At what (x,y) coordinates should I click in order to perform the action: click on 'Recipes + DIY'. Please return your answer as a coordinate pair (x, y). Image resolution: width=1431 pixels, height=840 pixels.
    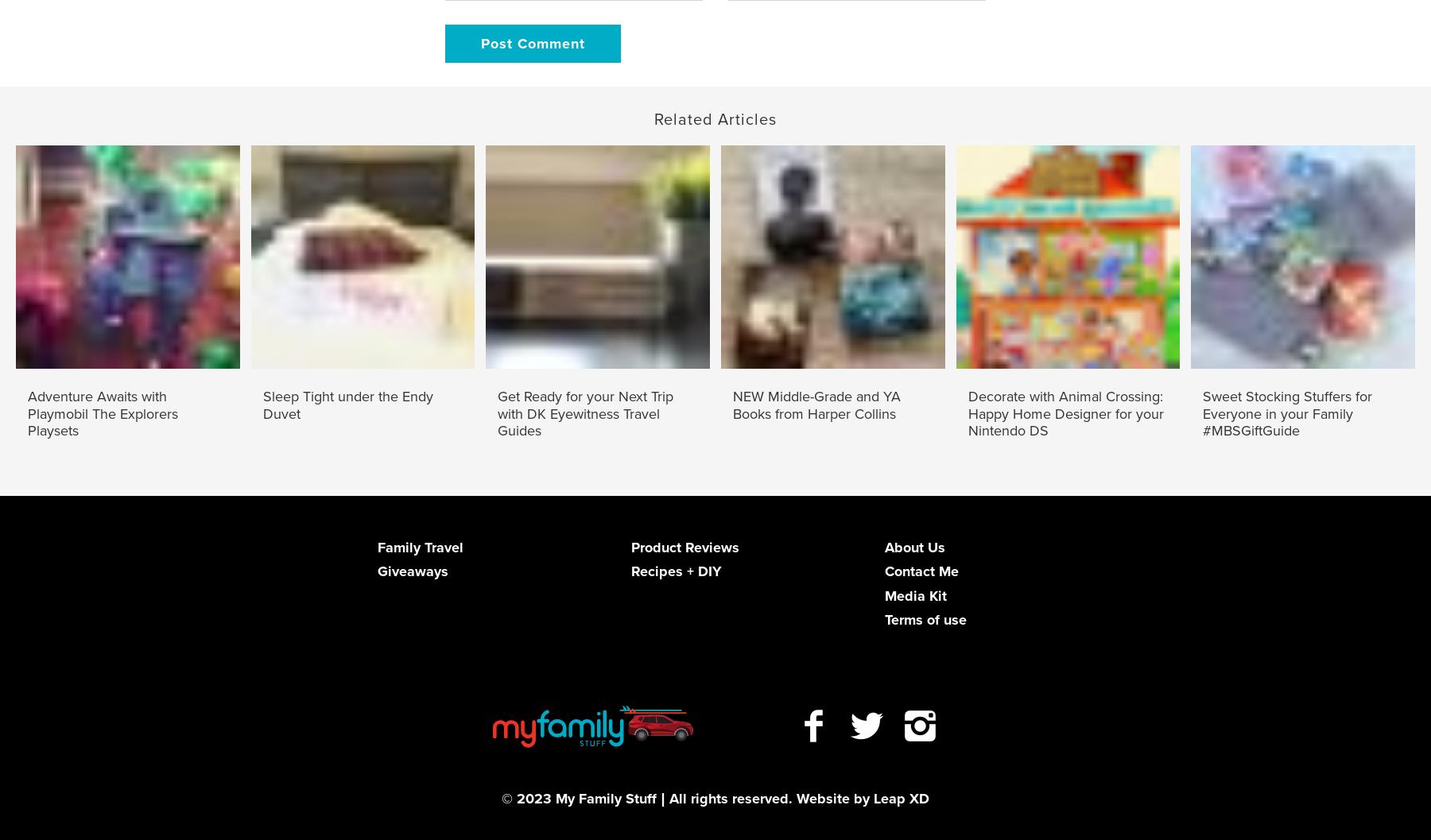
    Looking at the image, I should click on (675, 570).